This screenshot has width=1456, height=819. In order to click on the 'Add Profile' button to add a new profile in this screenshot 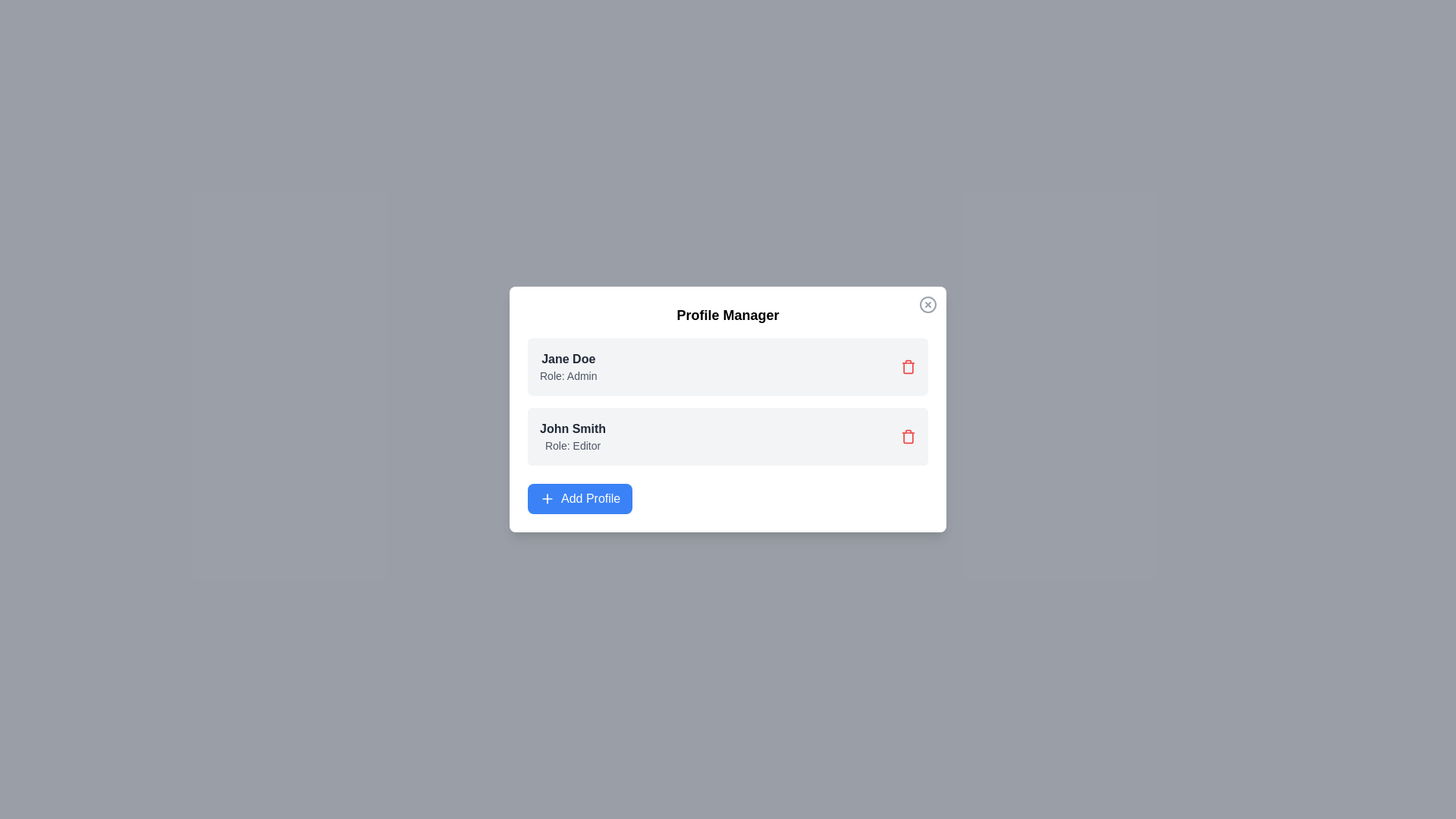, I will do `click(579, 499)`.